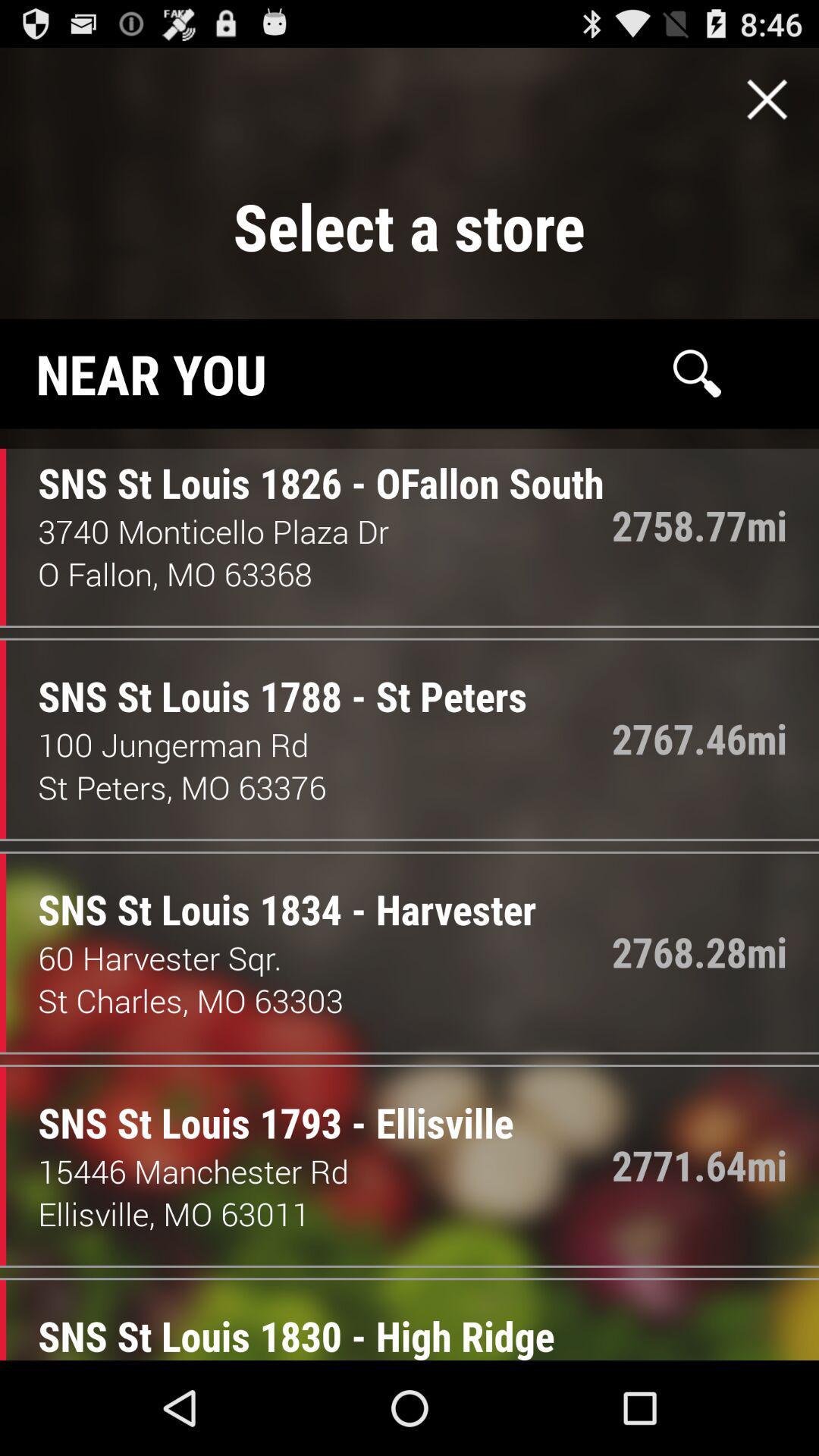 This screenshot has width=819, height=1456. What do you see at coordinates (697, 373) in the screenshot?
I see `search page` at bounding box center [697, 373].